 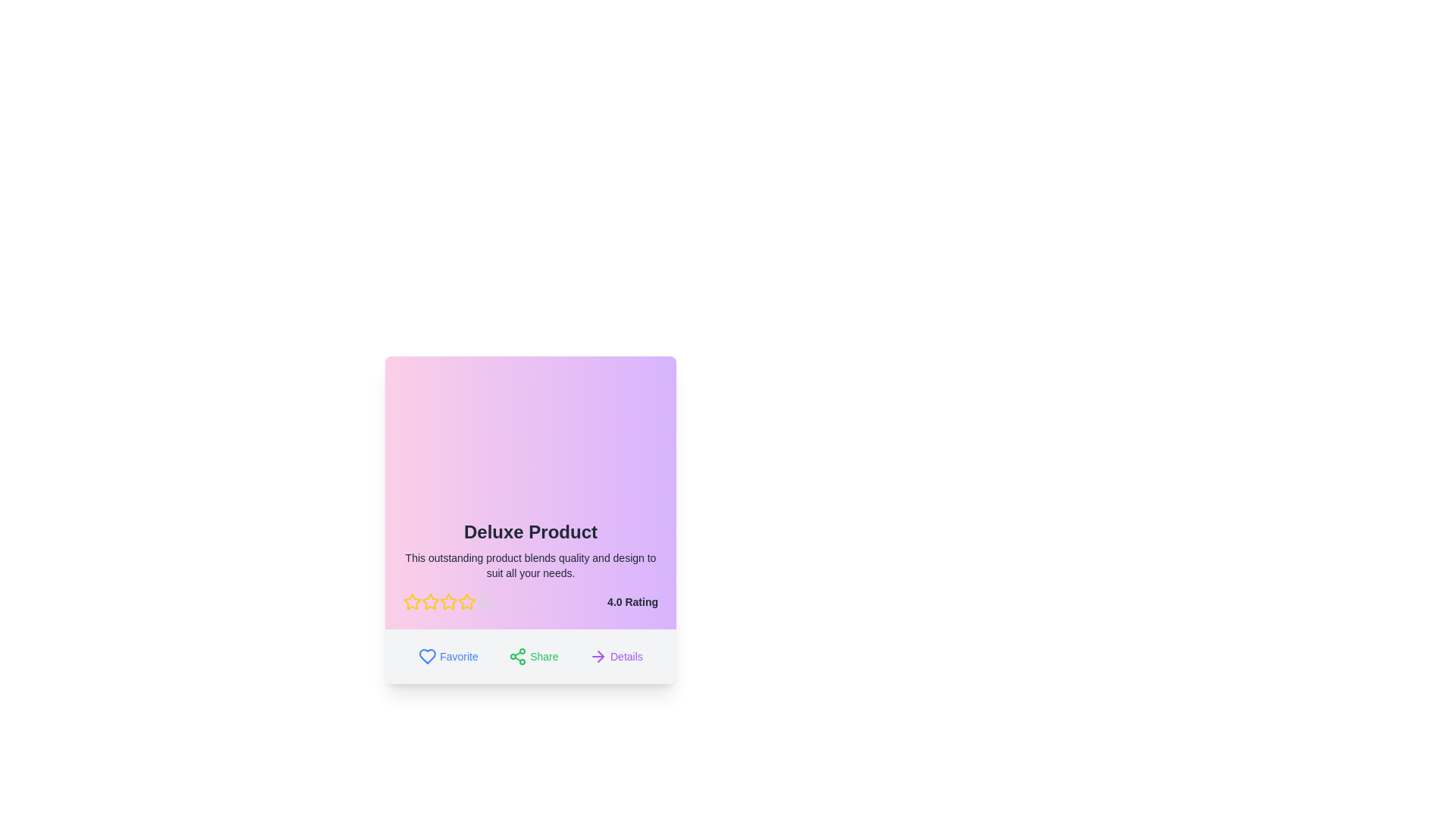 What do you see at coordinates (466, 601) in the screenshot?
I see `the sixth star icon, which is a yellow filled star used for ratings, located below the 'Deluxe Product' title and description, aligned with the '4.0 Rating' indicator` at bounding box center [466, 601].